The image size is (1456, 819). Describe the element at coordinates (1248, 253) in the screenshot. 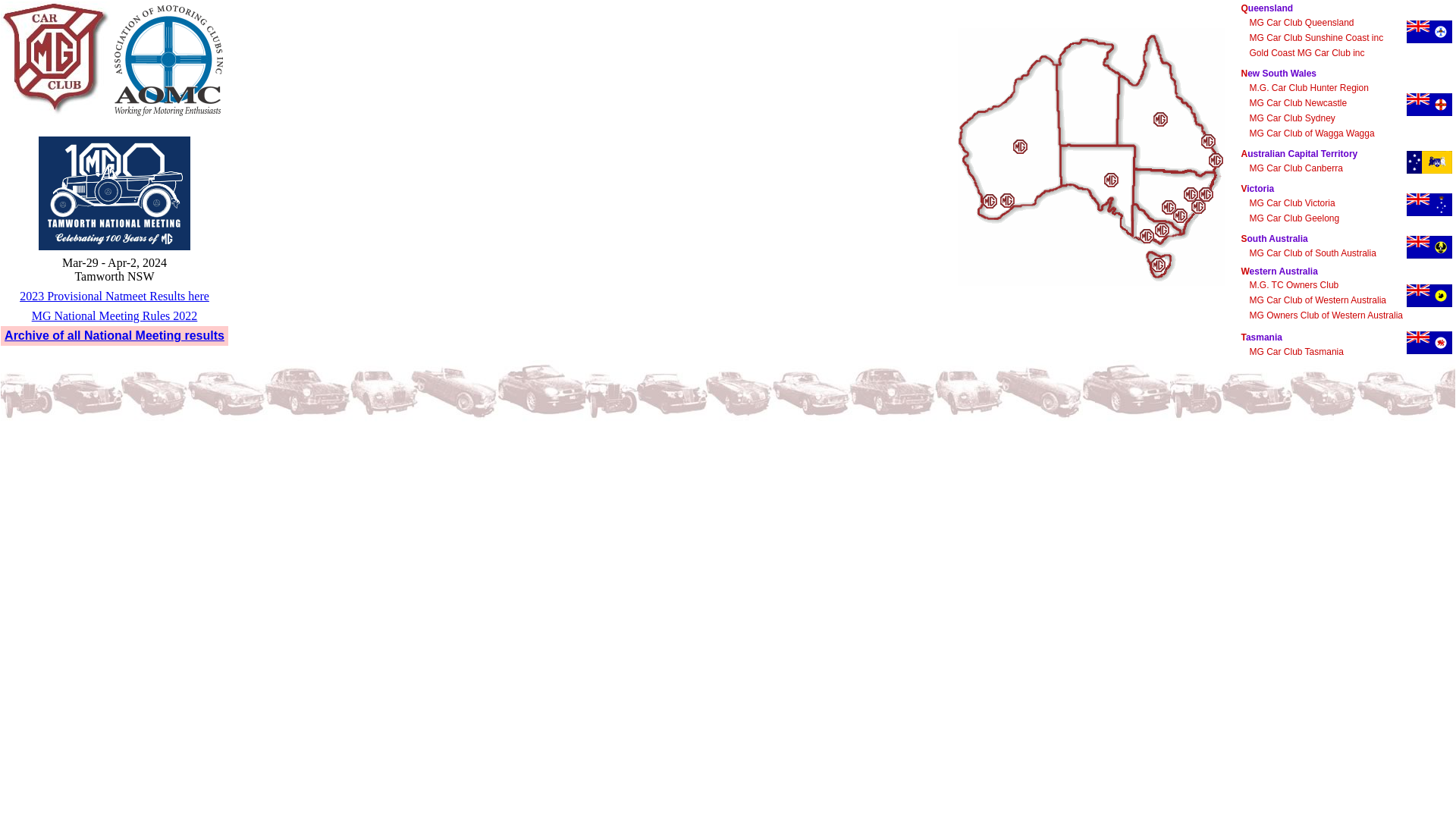

I see `'MG Car Club of South Australia'` at that location.